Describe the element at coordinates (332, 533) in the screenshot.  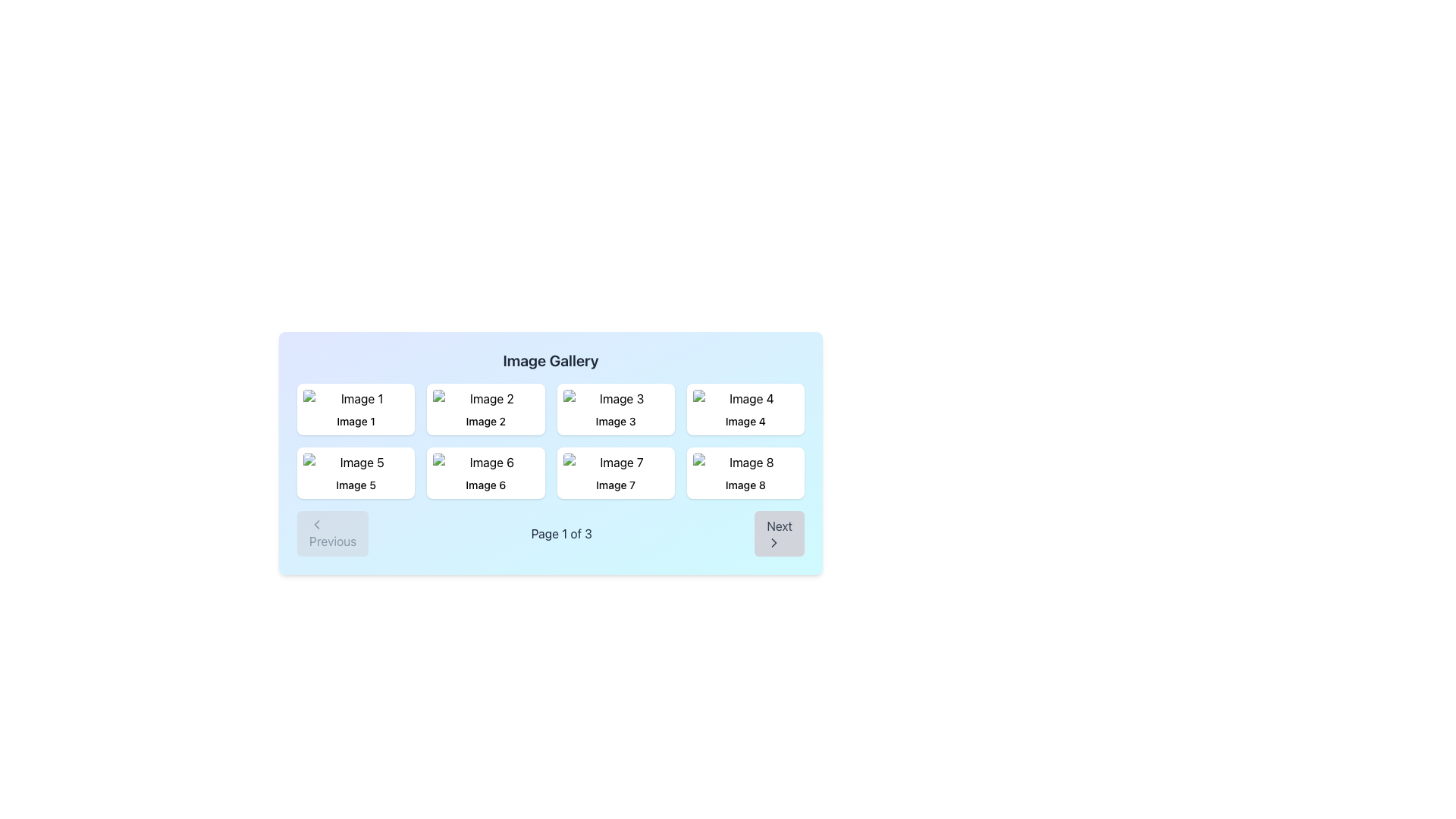
I see `the 'Previous' button, which is a disabled pagination control element with a light gray background and left-pointing arrow icon` at that location.